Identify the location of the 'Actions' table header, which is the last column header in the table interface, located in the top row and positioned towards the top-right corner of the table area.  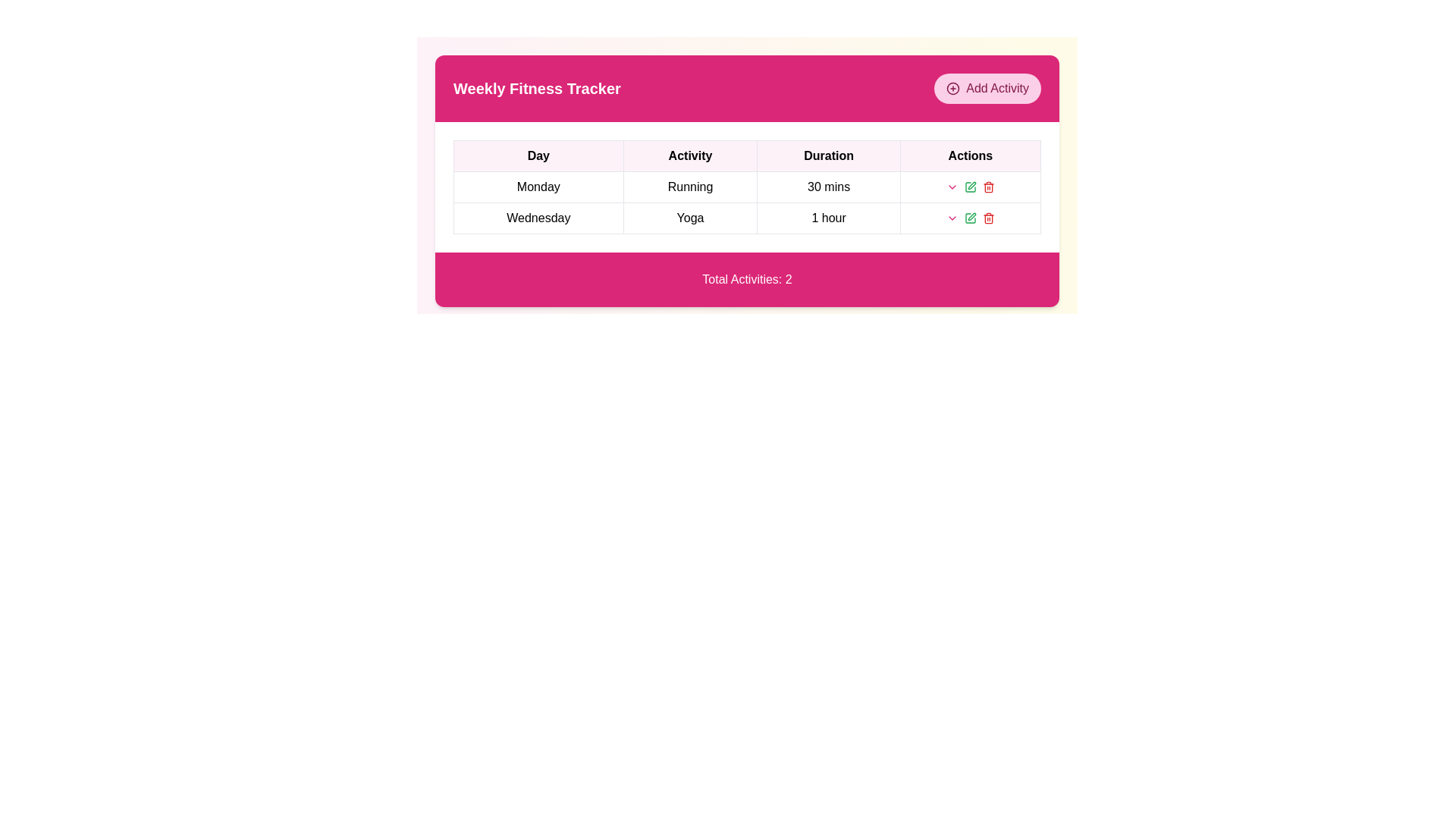
(969, 155).